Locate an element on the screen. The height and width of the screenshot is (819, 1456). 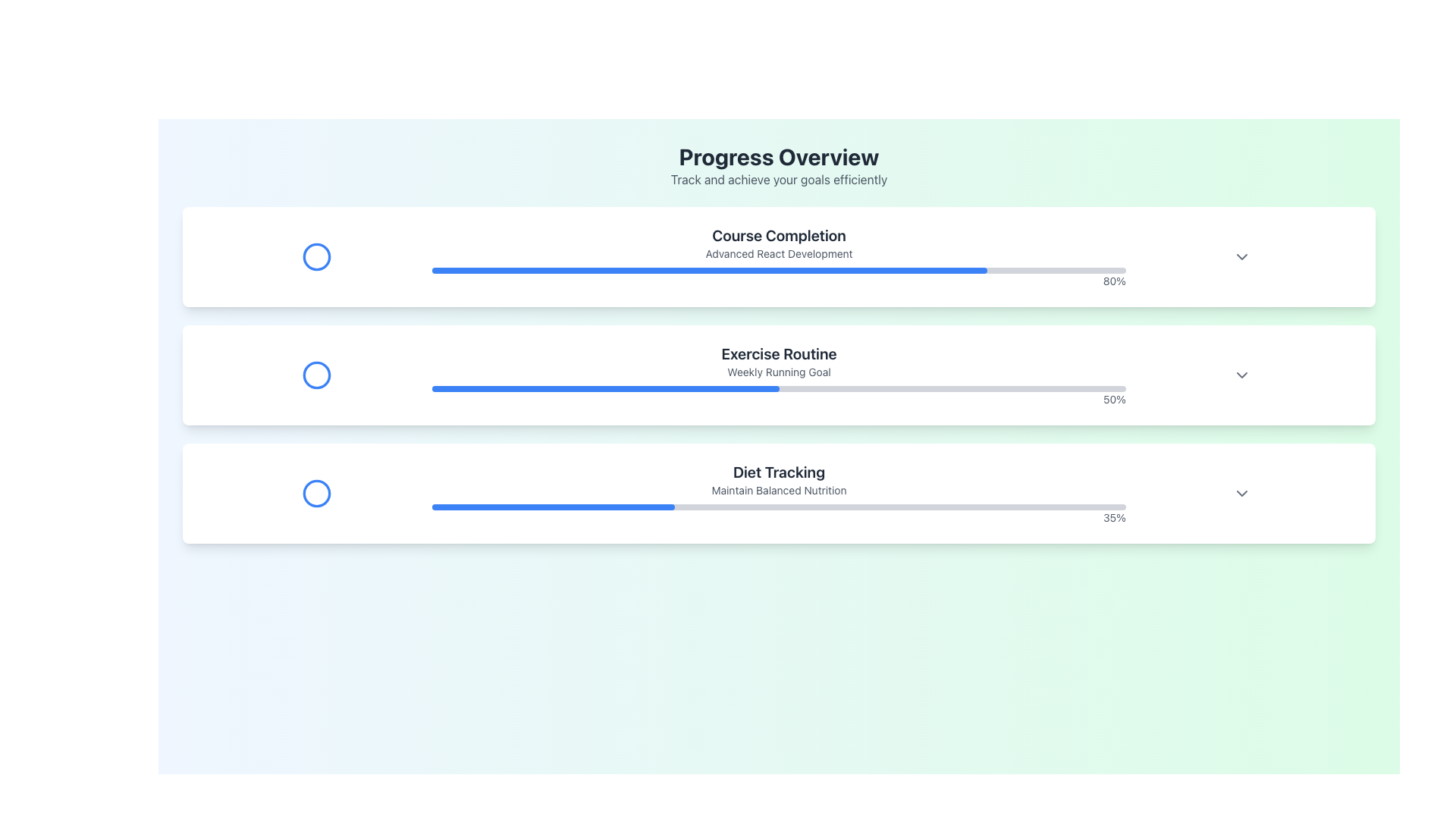
the Progress bar in the 'Diet Tracking' section, which indicates 35% completion, located beneath the section title is located at coordinates (779, 507).